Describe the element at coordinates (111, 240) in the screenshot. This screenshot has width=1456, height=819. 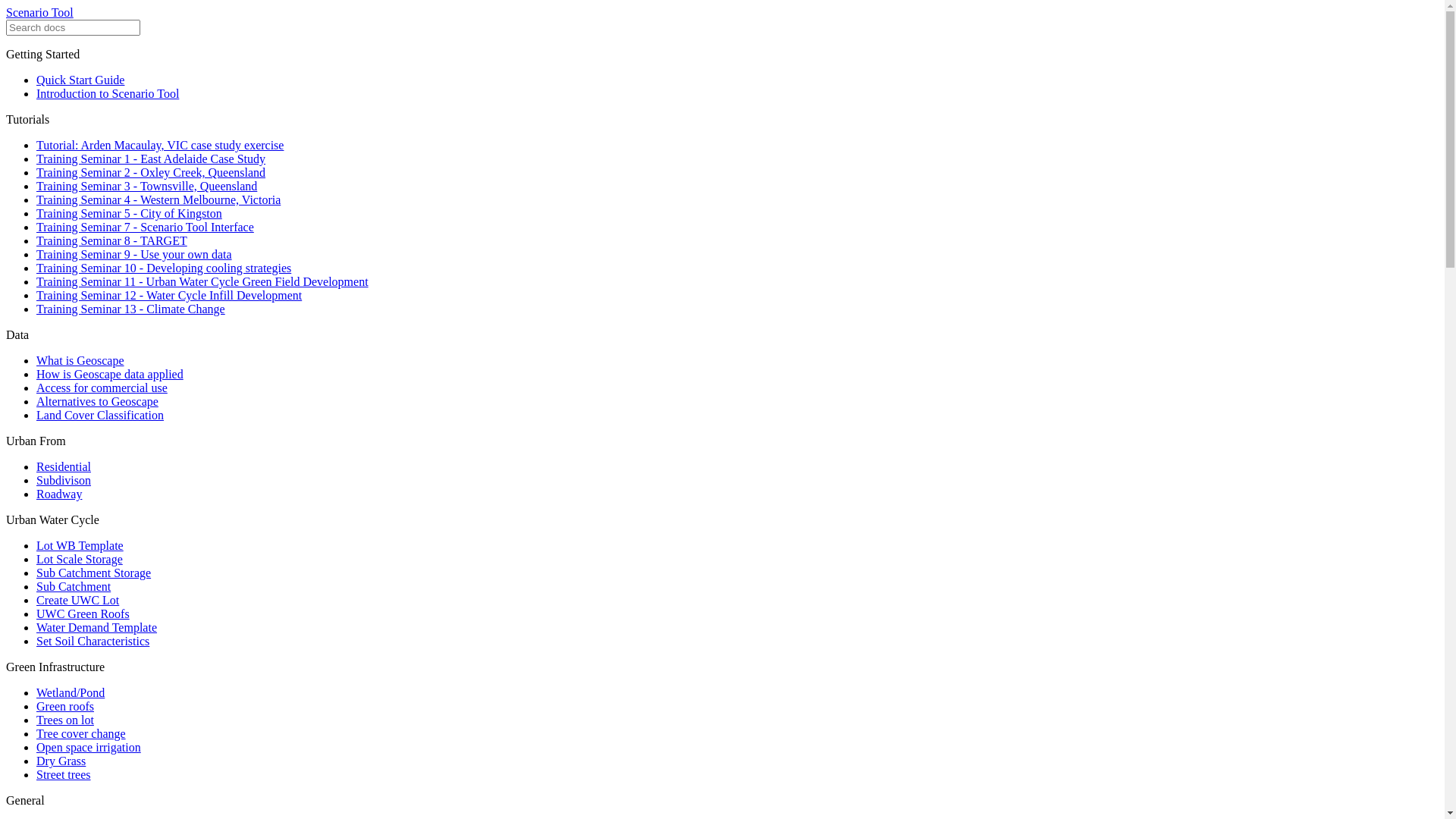
I see `'Training Seminar 8 - TARGET'` at that location.